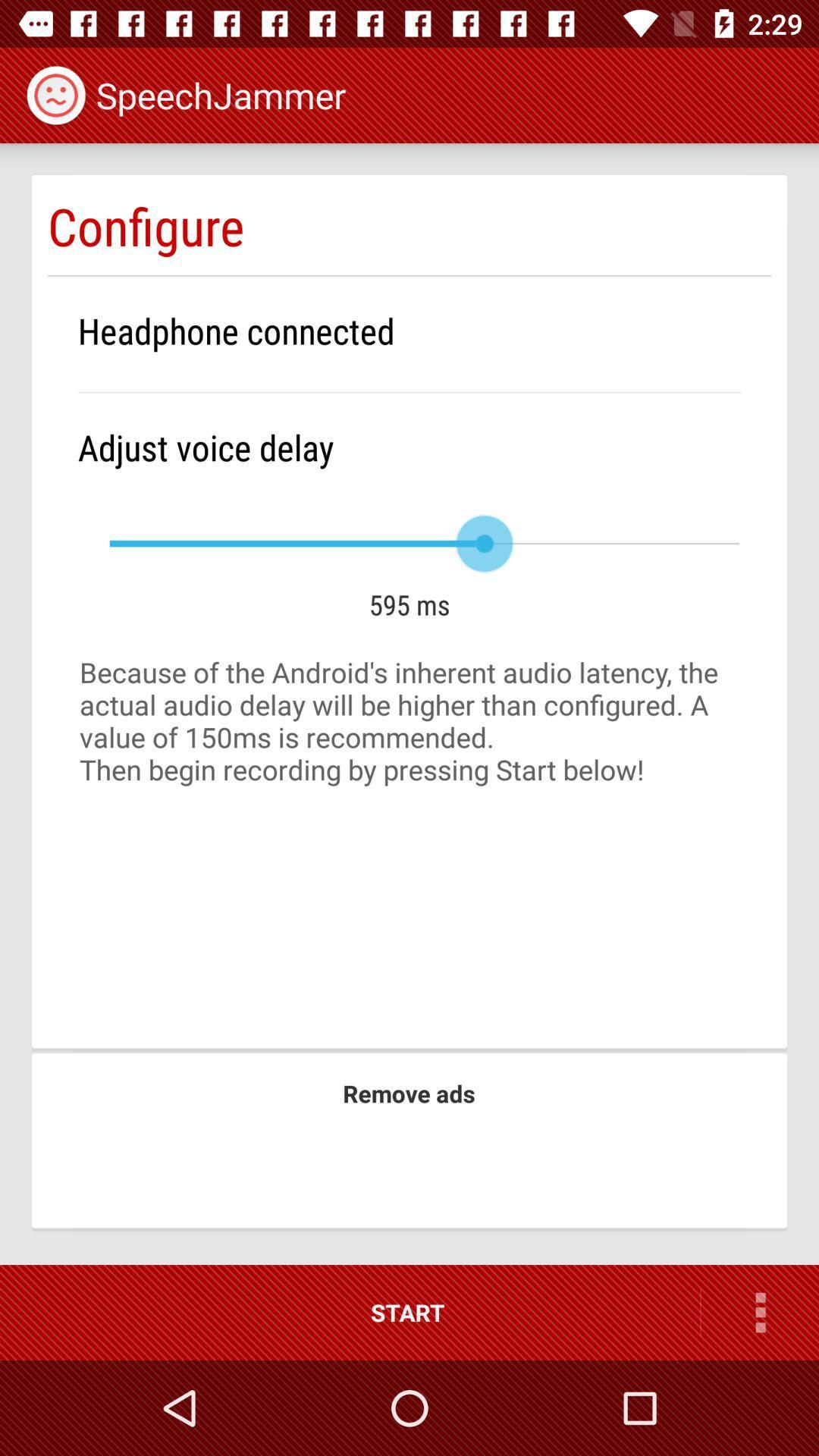  Describe the element at coordinates (350, 1312) in the screenshot. I see `start item` at that location.